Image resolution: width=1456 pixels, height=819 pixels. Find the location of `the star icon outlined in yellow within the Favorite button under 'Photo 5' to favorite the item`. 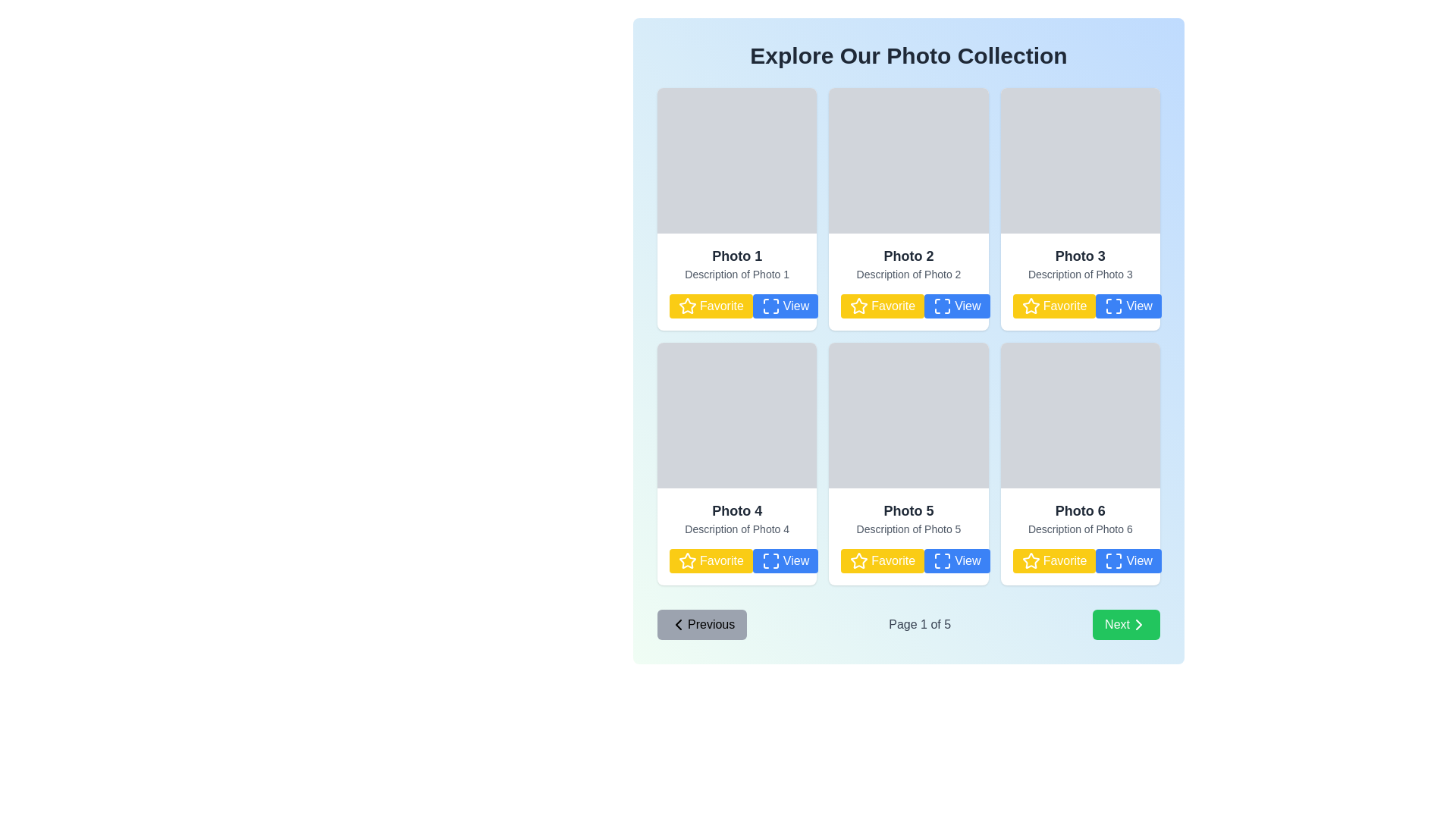

the star icon outlined in yellow within the Favorite button under 'Photo 5' to favorite the item is located at coordinates (859, 561).